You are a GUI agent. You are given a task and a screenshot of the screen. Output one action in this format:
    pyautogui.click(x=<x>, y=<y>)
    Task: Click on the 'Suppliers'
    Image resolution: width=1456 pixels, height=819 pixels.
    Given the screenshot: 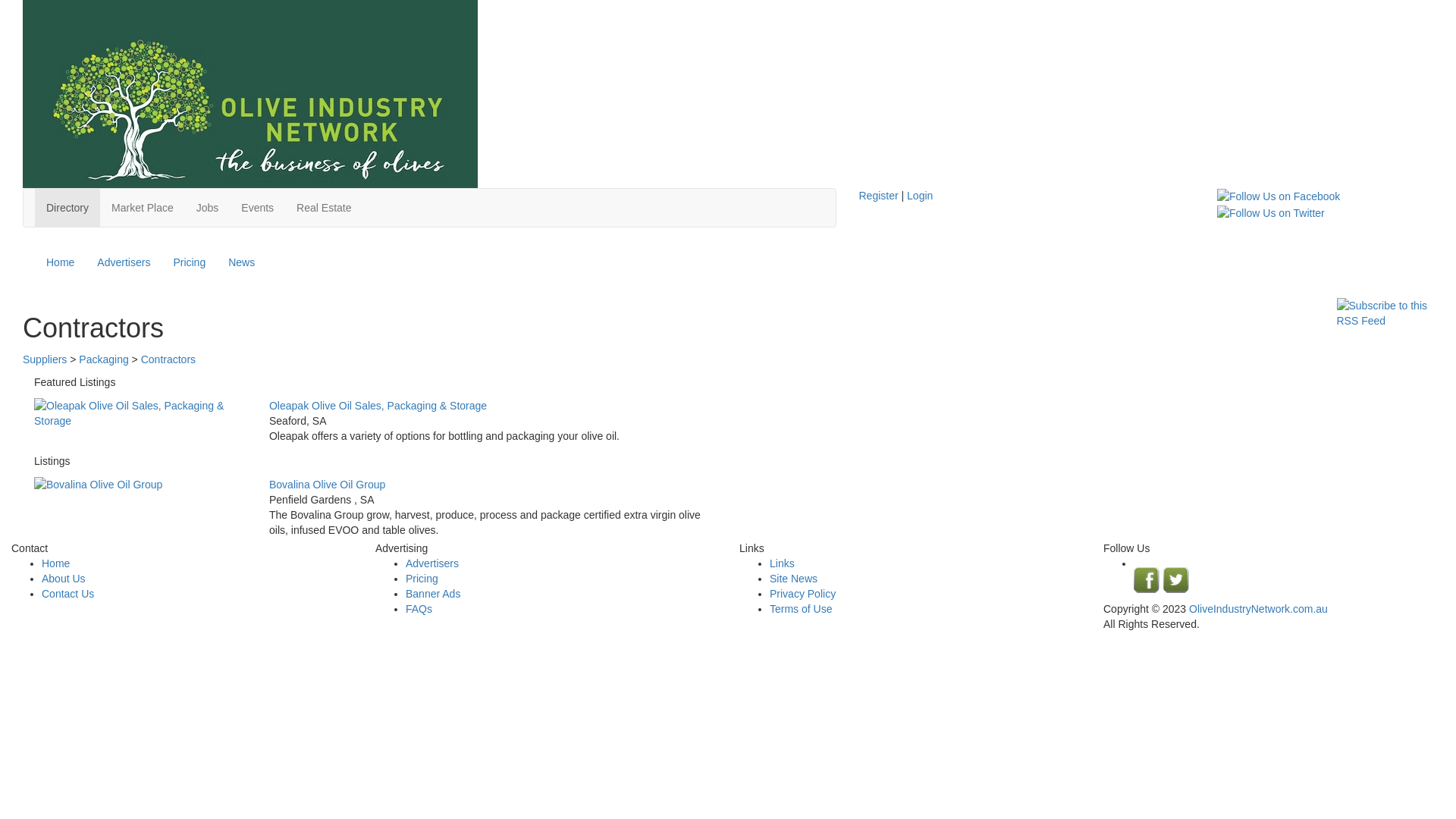 What is the action you would take?
    pyautogui.click(x=22, y=359)
    